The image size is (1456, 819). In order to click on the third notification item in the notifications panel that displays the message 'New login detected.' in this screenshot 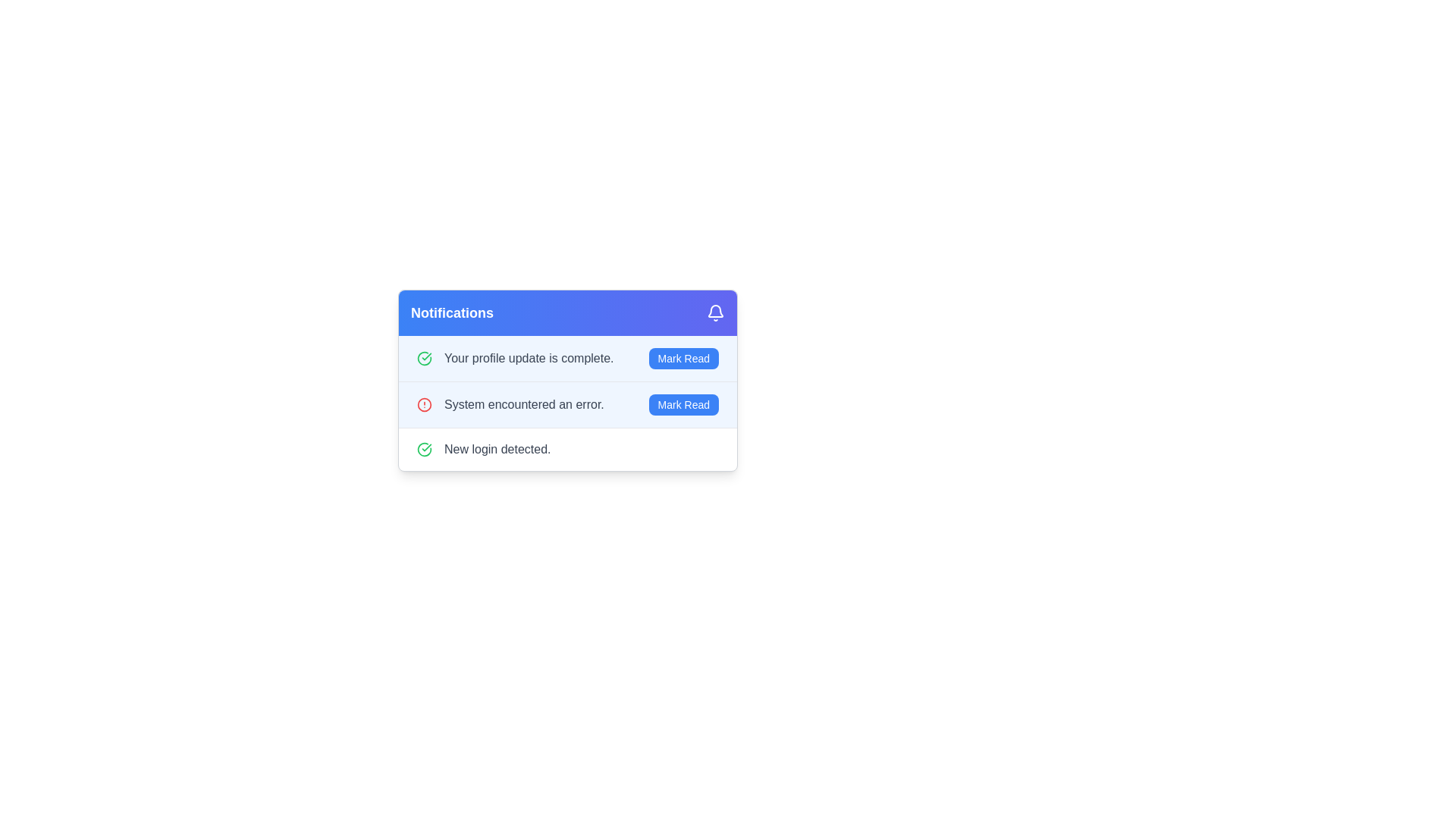, I will do `click(483, 449)`.